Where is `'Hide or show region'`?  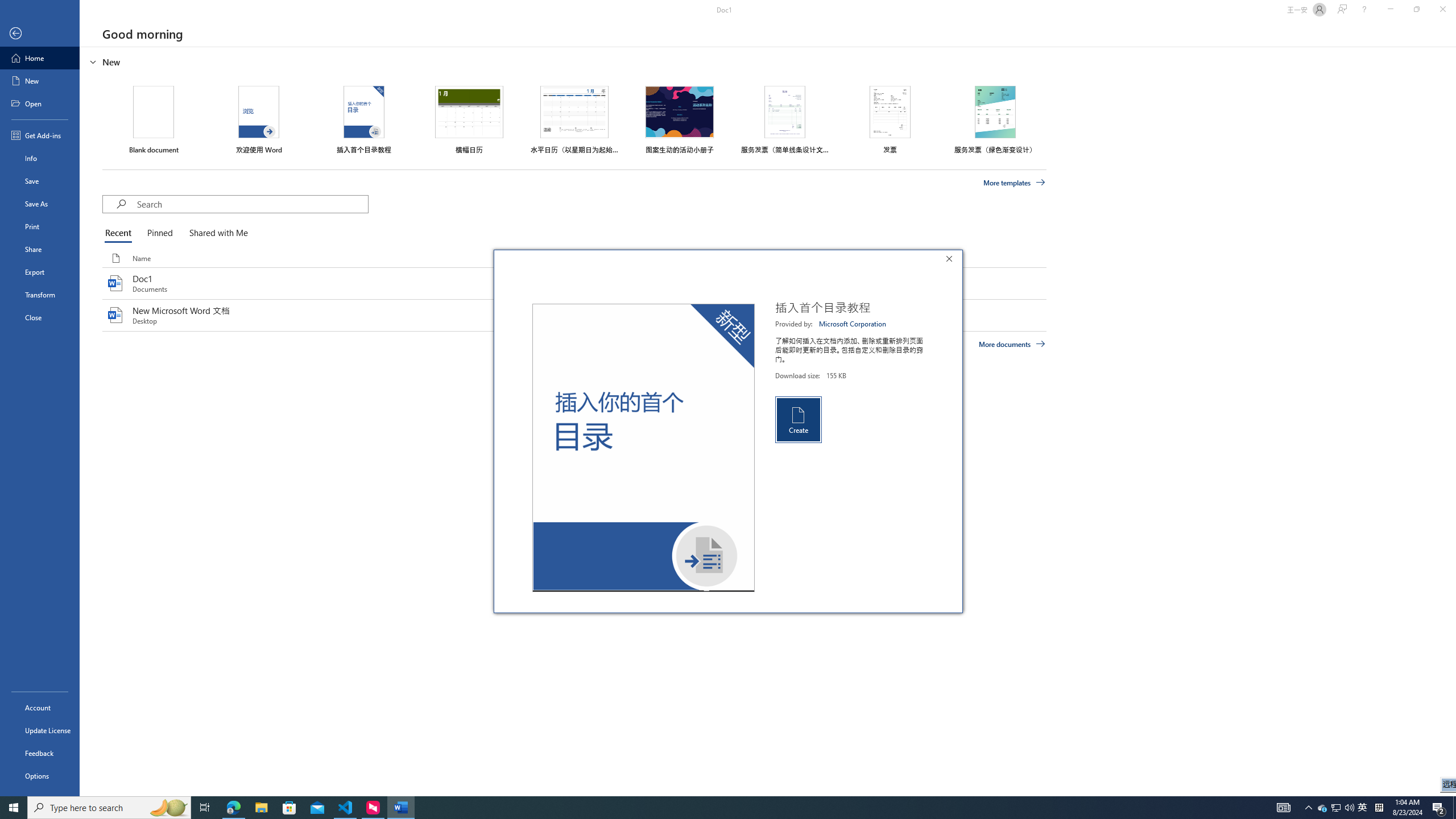
'Hide or show region' is located at coordinates (93, 61).